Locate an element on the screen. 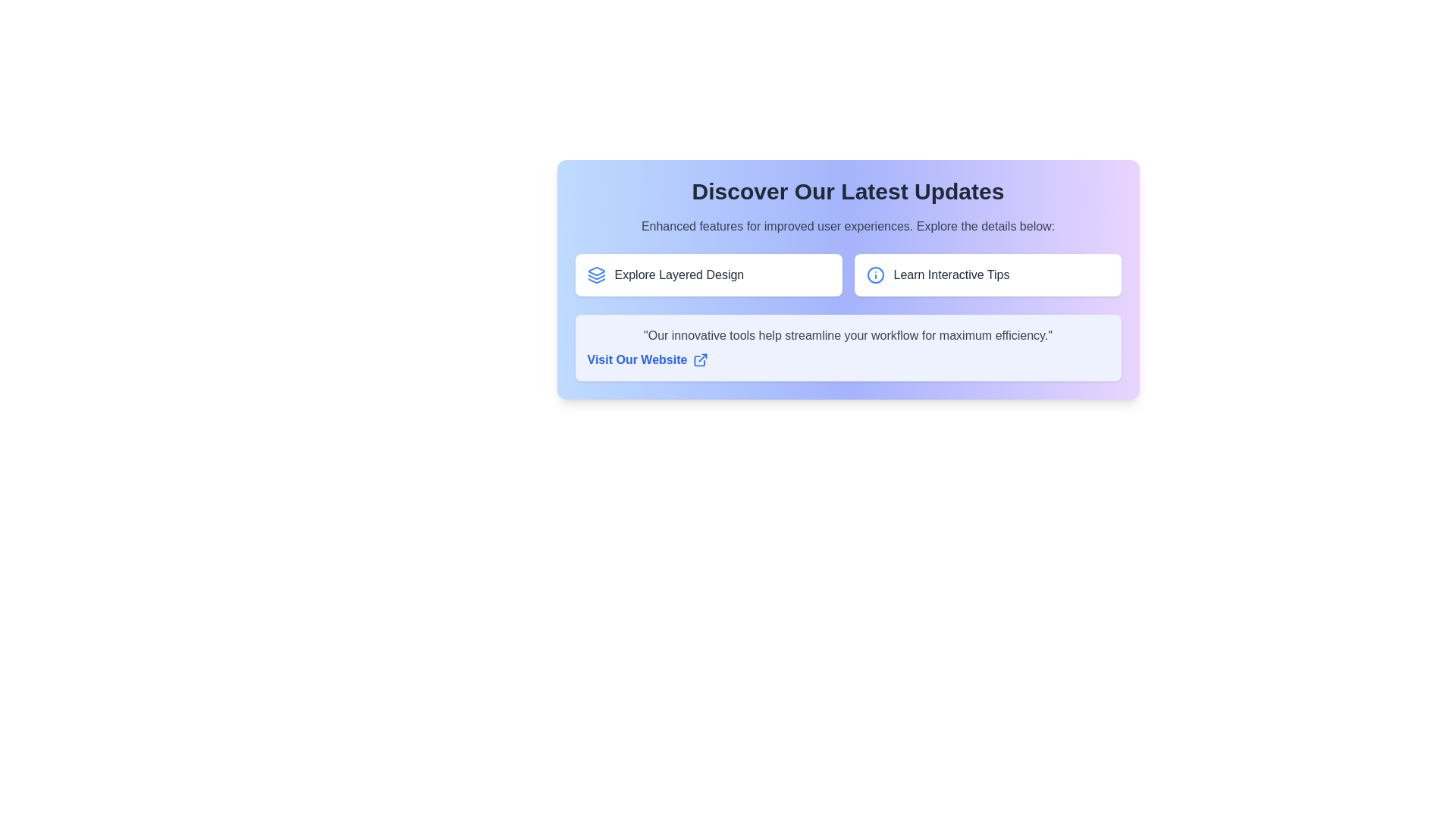  the text description stating 'Enhanced features for improved user experiences. Explore the details below:' is located at coordinates (847, 227).